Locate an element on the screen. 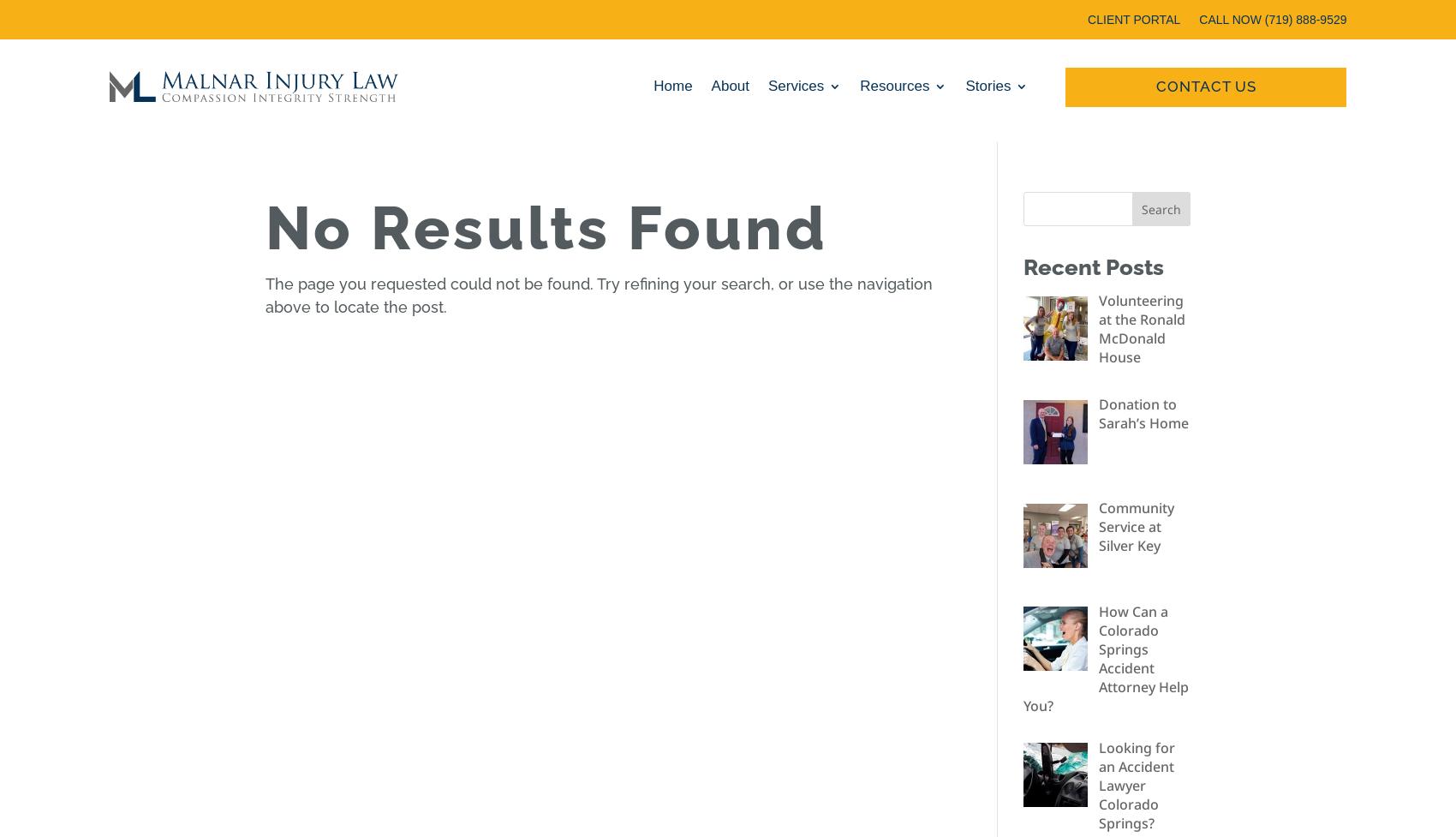  'No Results Found' is located at coordinates (546, 227).